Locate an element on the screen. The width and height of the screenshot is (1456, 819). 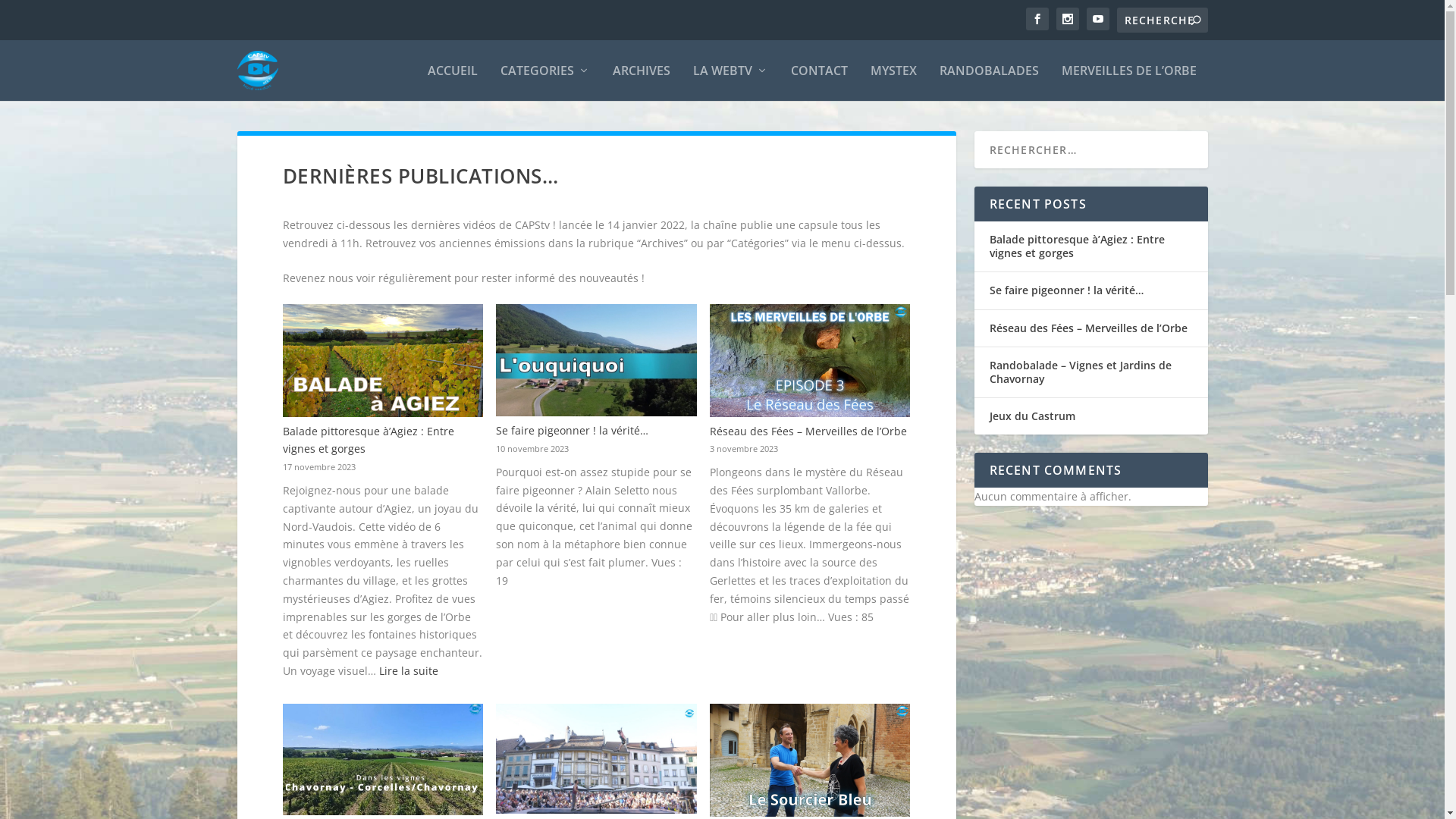
'MYSTEX' is located at coordinates (893, 82).